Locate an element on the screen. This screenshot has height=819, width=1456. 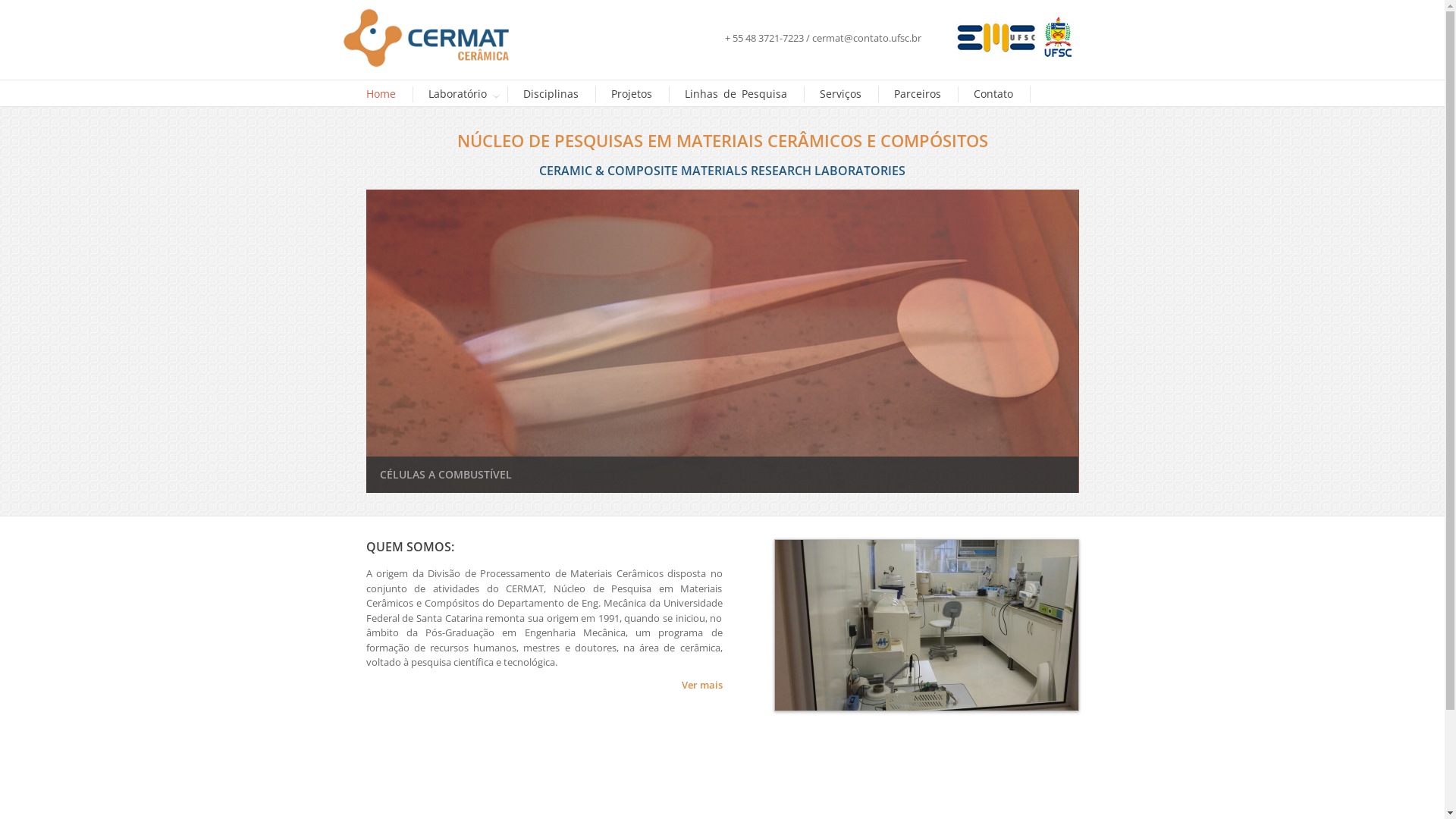
'Linhas de Pesquisa' is located at coordinates (735, 93).